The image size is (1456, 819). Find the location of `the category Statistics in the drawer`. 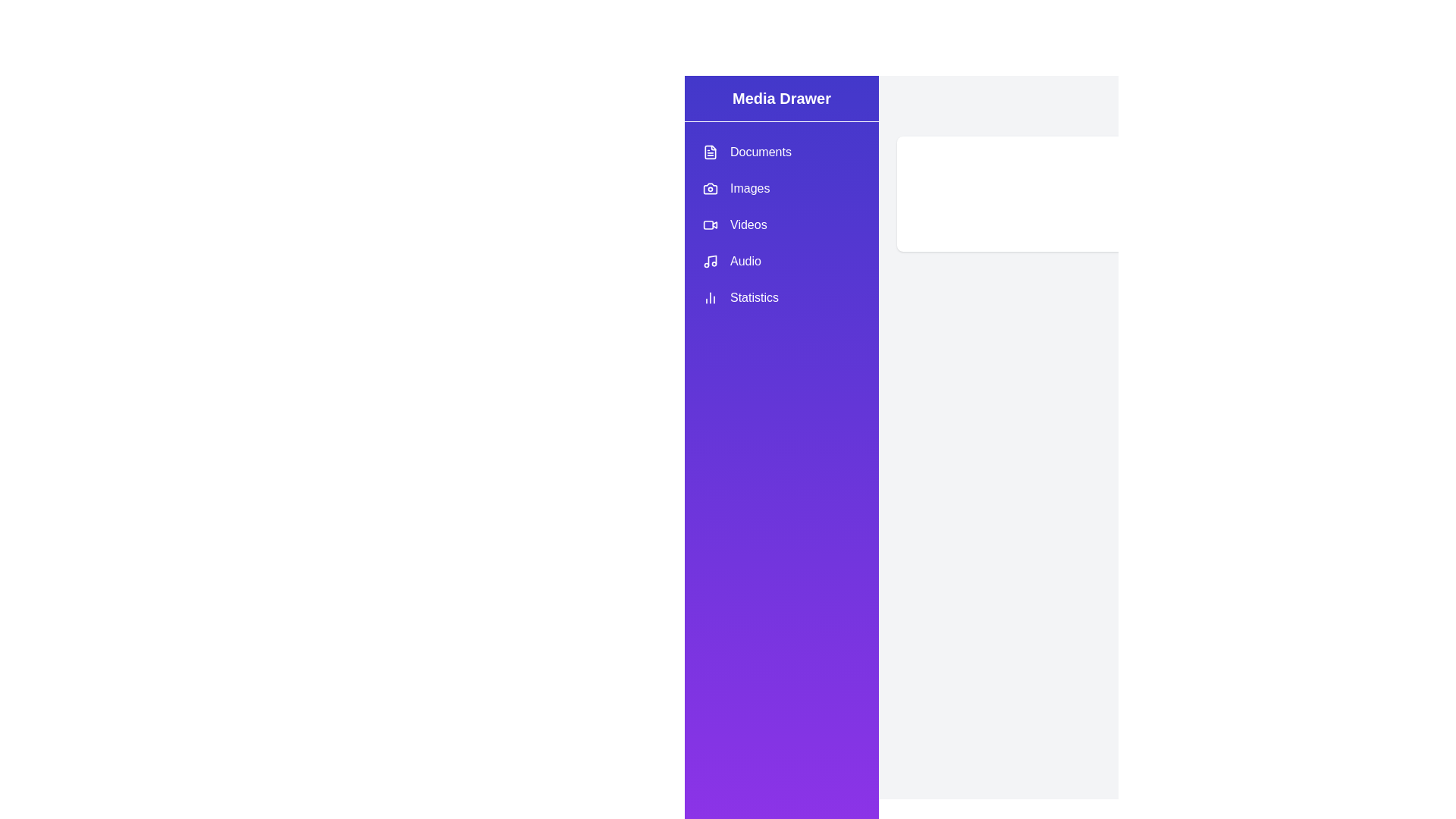

the category Statistics in the drawer is located at coordinates (782, 298).